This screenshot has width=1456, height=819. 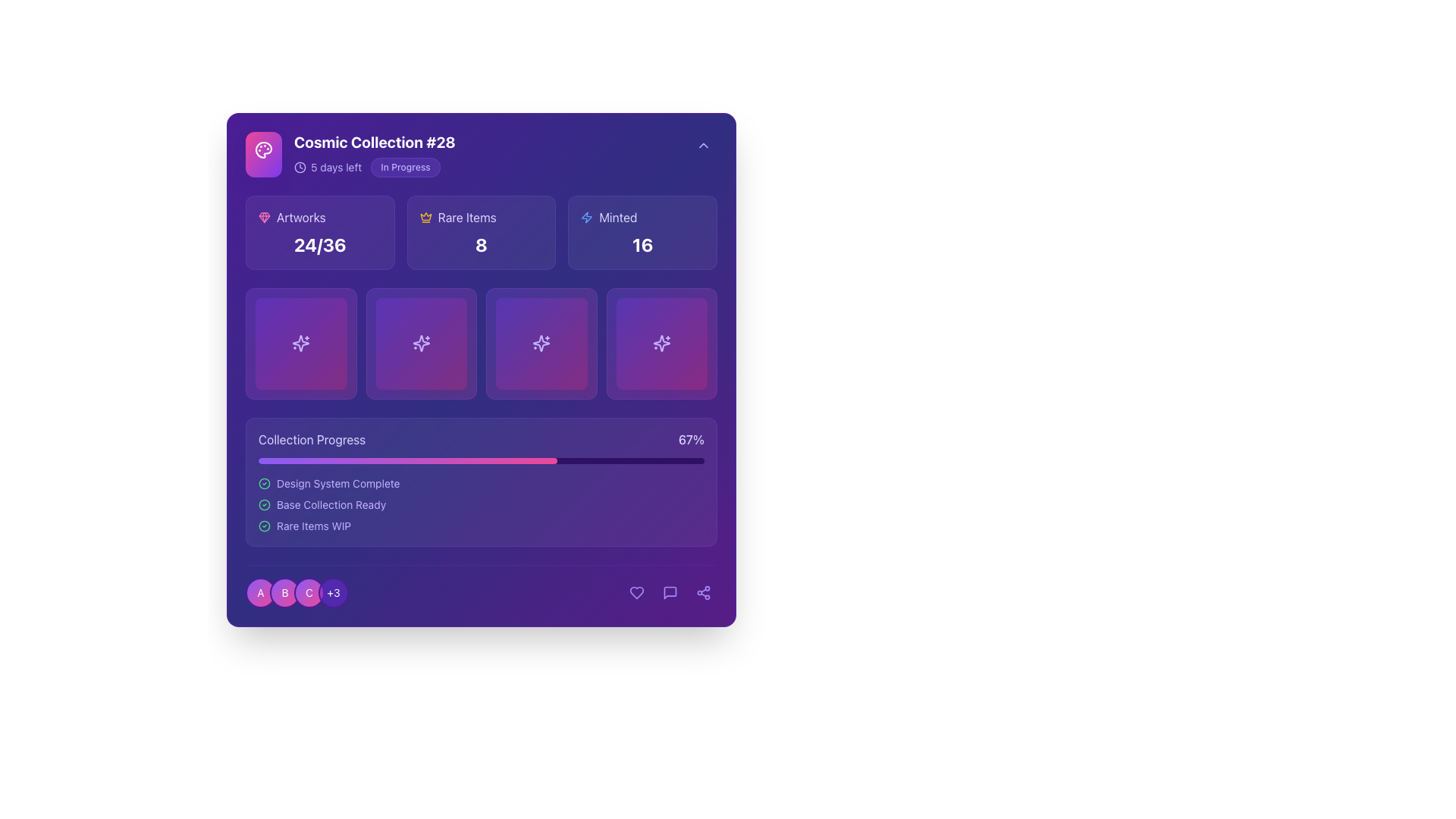 What do you see at coordinates (586, 217) in the screenshot?
I see `the state or functionality of the icon that signifies the action related to the text 'Minted', positioned directly to the left of it` at bounding box center [586, 217].